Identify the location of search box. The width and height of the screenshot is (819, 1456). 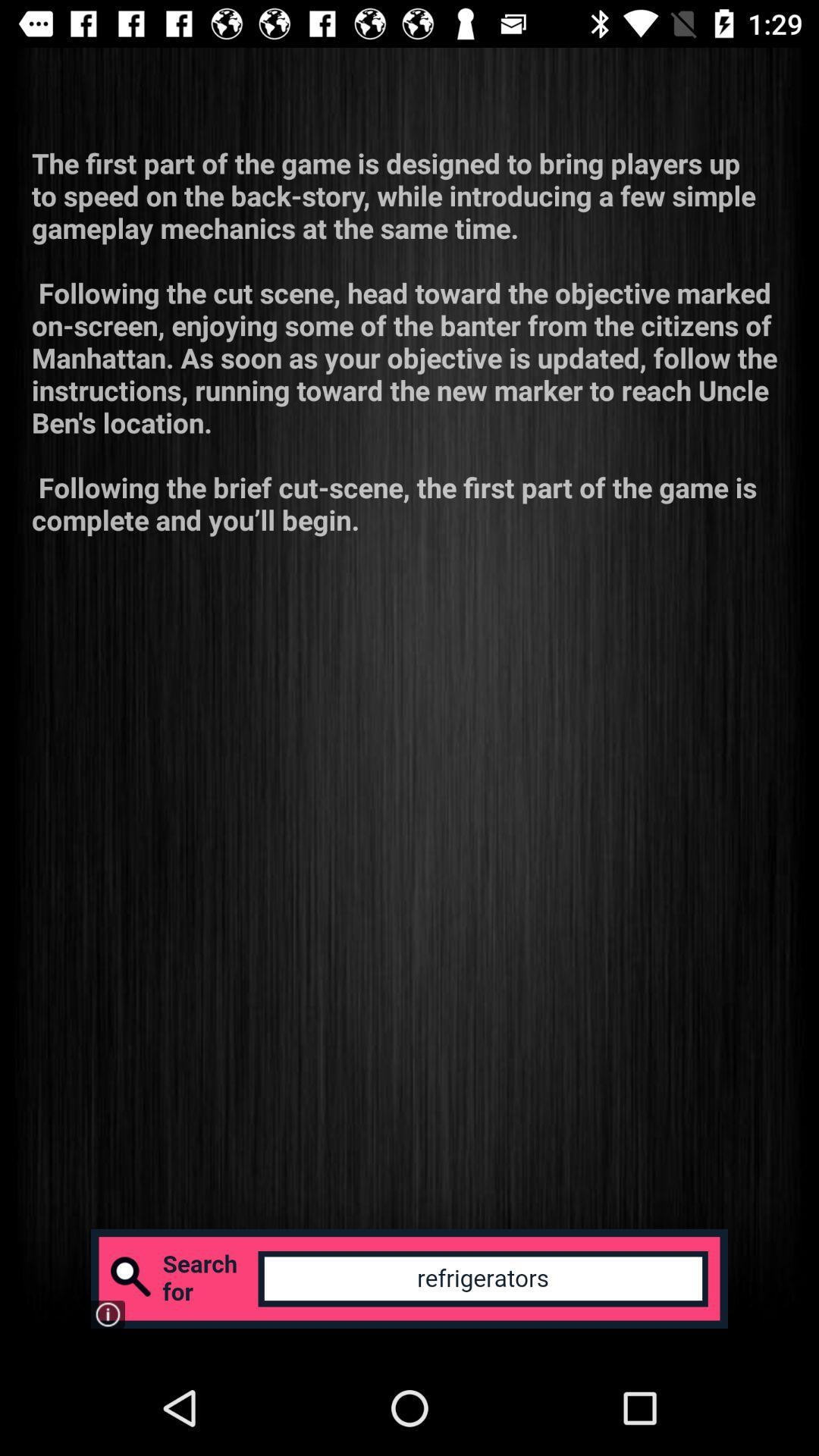
(409, 1278).